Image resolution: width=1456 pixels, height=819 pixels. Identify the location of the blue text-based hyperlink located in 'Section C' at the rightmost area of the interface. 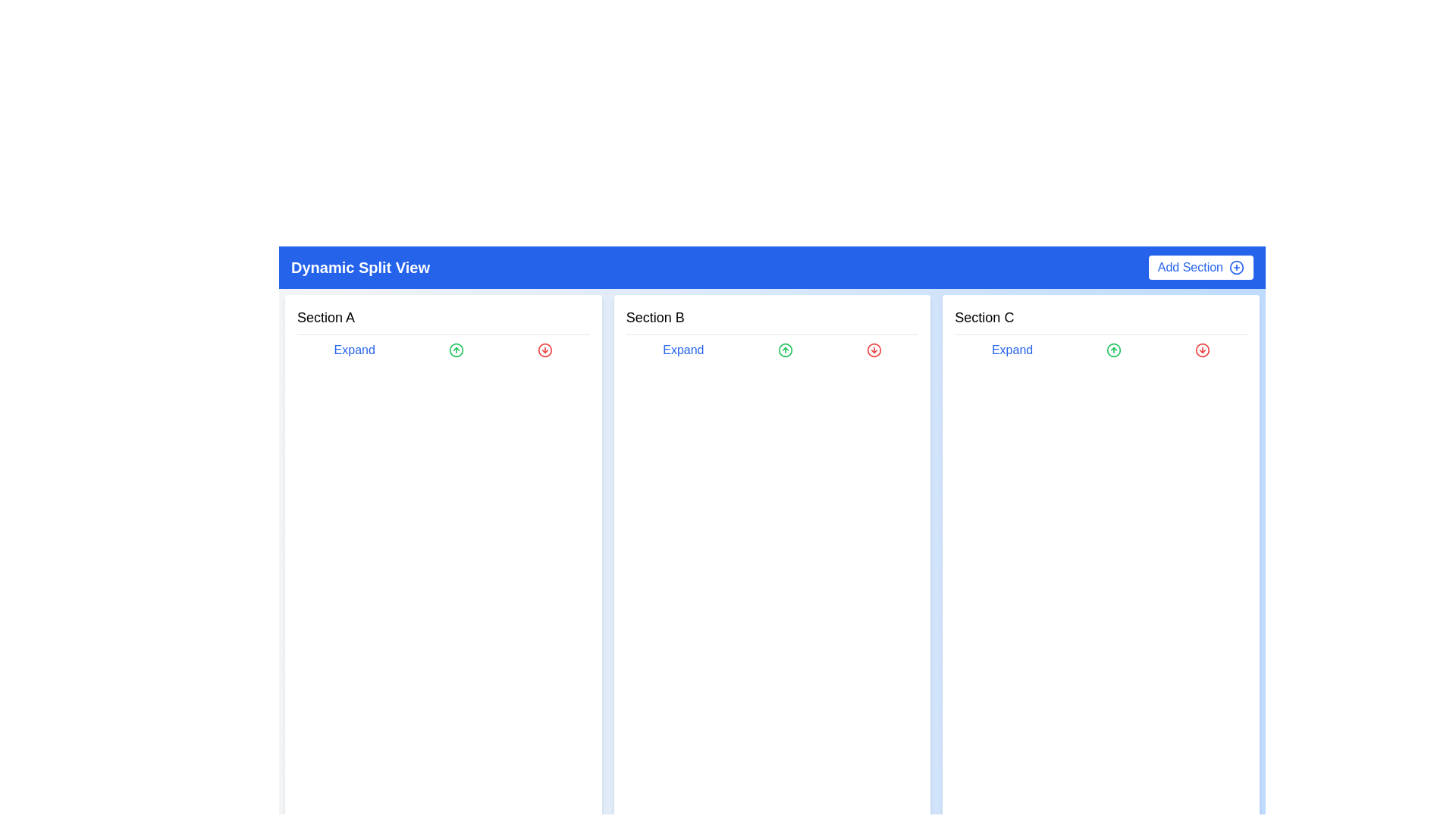
(1012, 350).